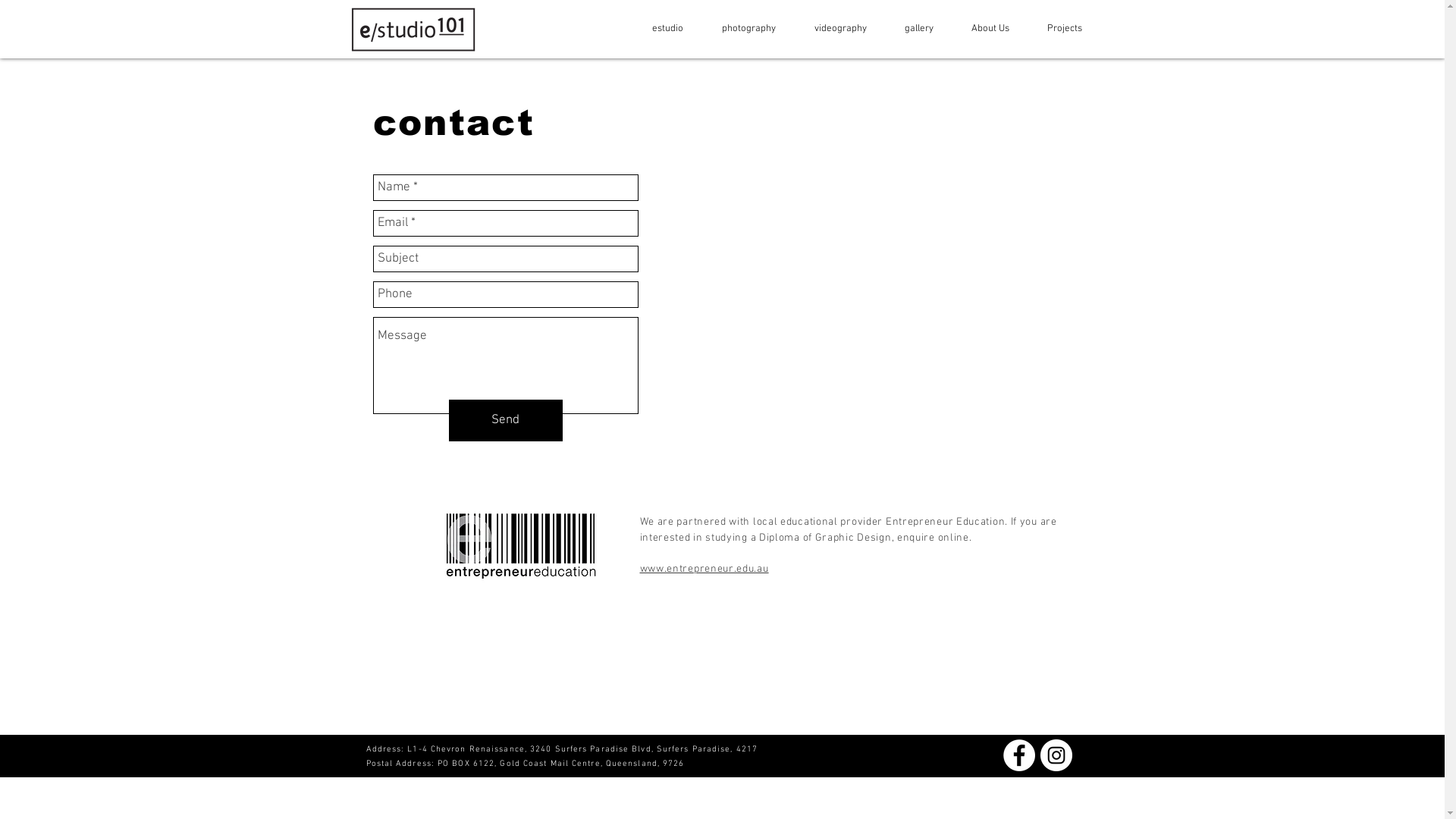 This screenshot has height=819, width=1456. What do you see at coordinates (983, 29) in the screenshot?
I see `'About Us'` at bounding box center [983, 29].